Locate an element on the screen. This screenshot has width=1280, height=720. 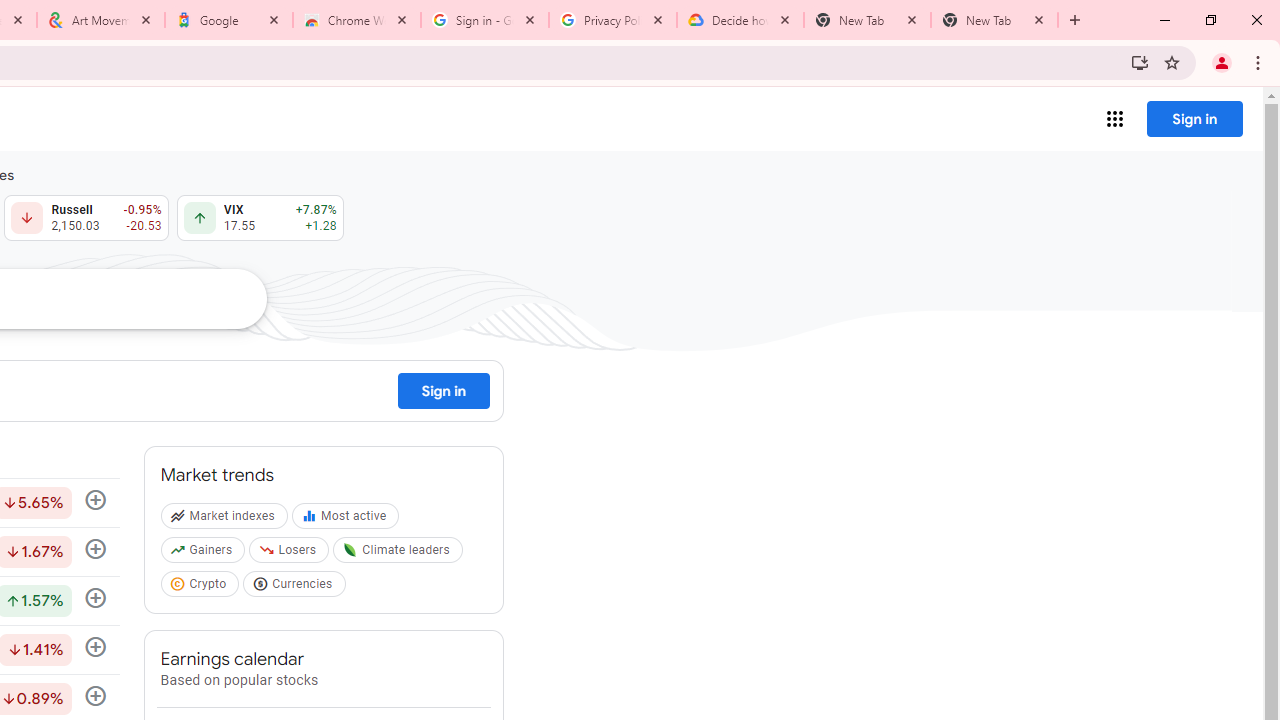
'Chrome Web Store - Color themes by Chrome' is located at coordinates (357, 20).